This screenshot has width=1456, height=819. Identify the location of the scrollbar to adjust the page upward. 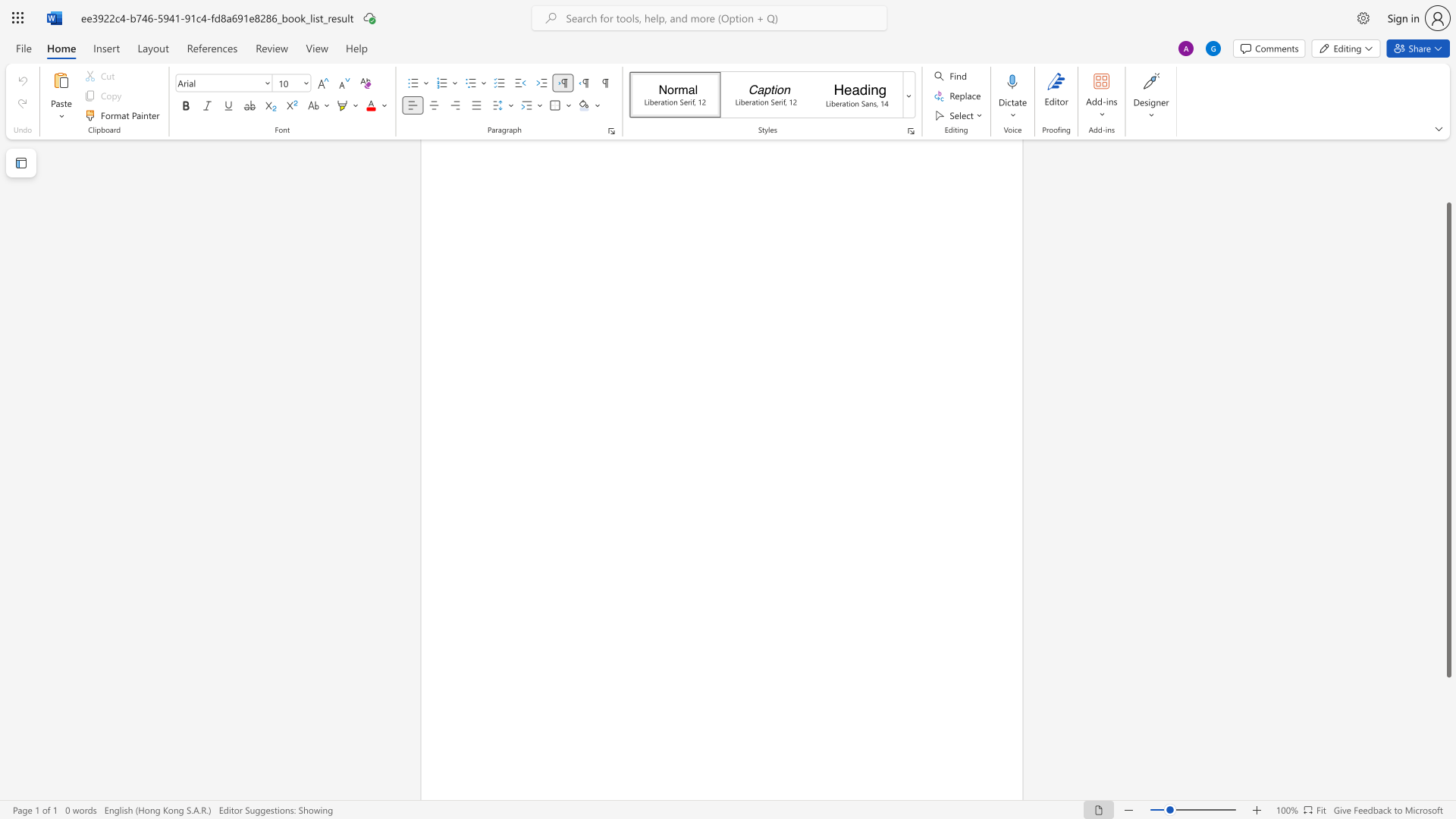
(1448, 189).